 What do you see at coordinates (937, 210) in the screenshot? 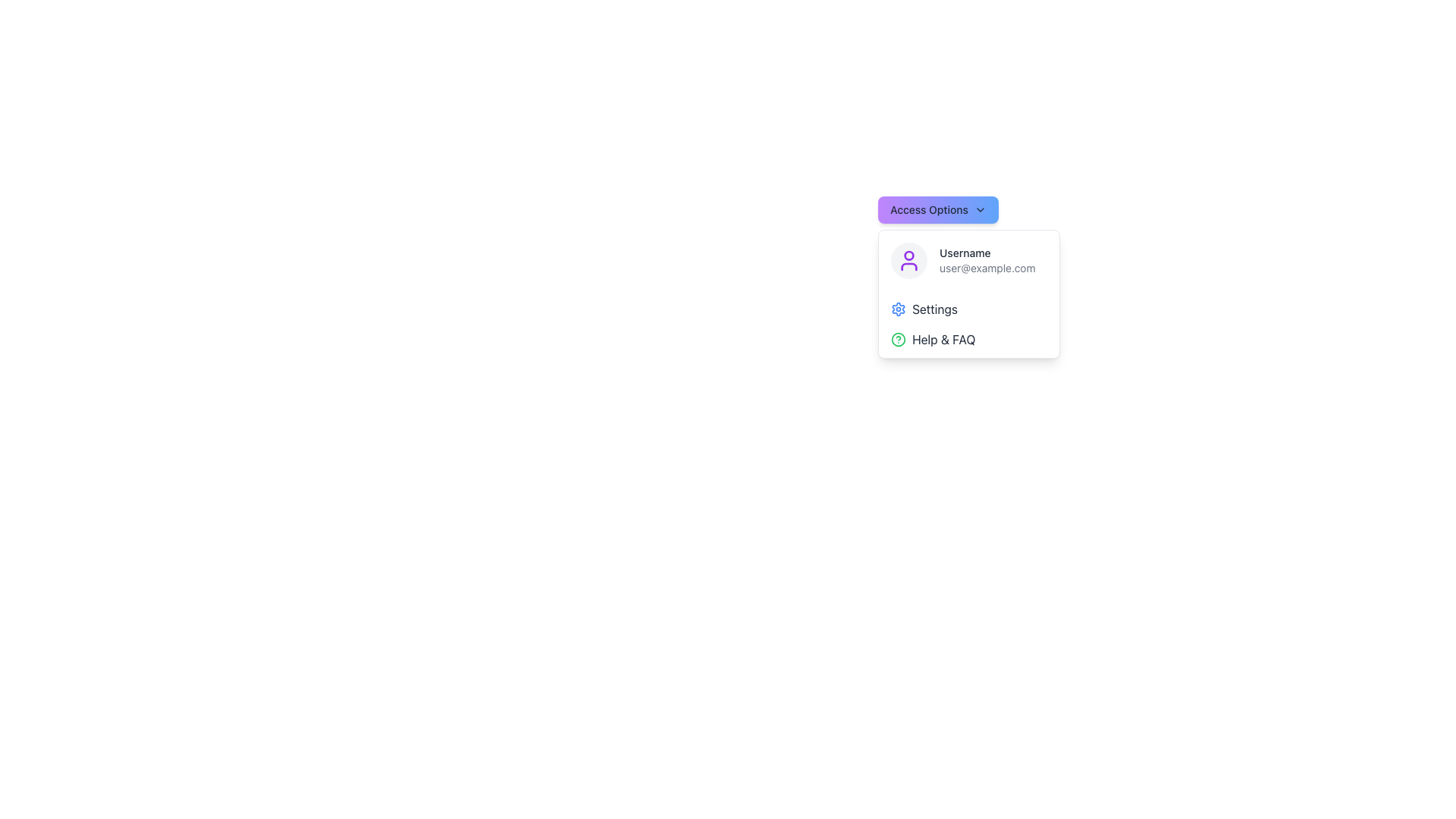
I see `the button located at the top-right region of the interface that toggles the dropdown menu for user-related options like account settings and help` at bounding box center [937, 210].